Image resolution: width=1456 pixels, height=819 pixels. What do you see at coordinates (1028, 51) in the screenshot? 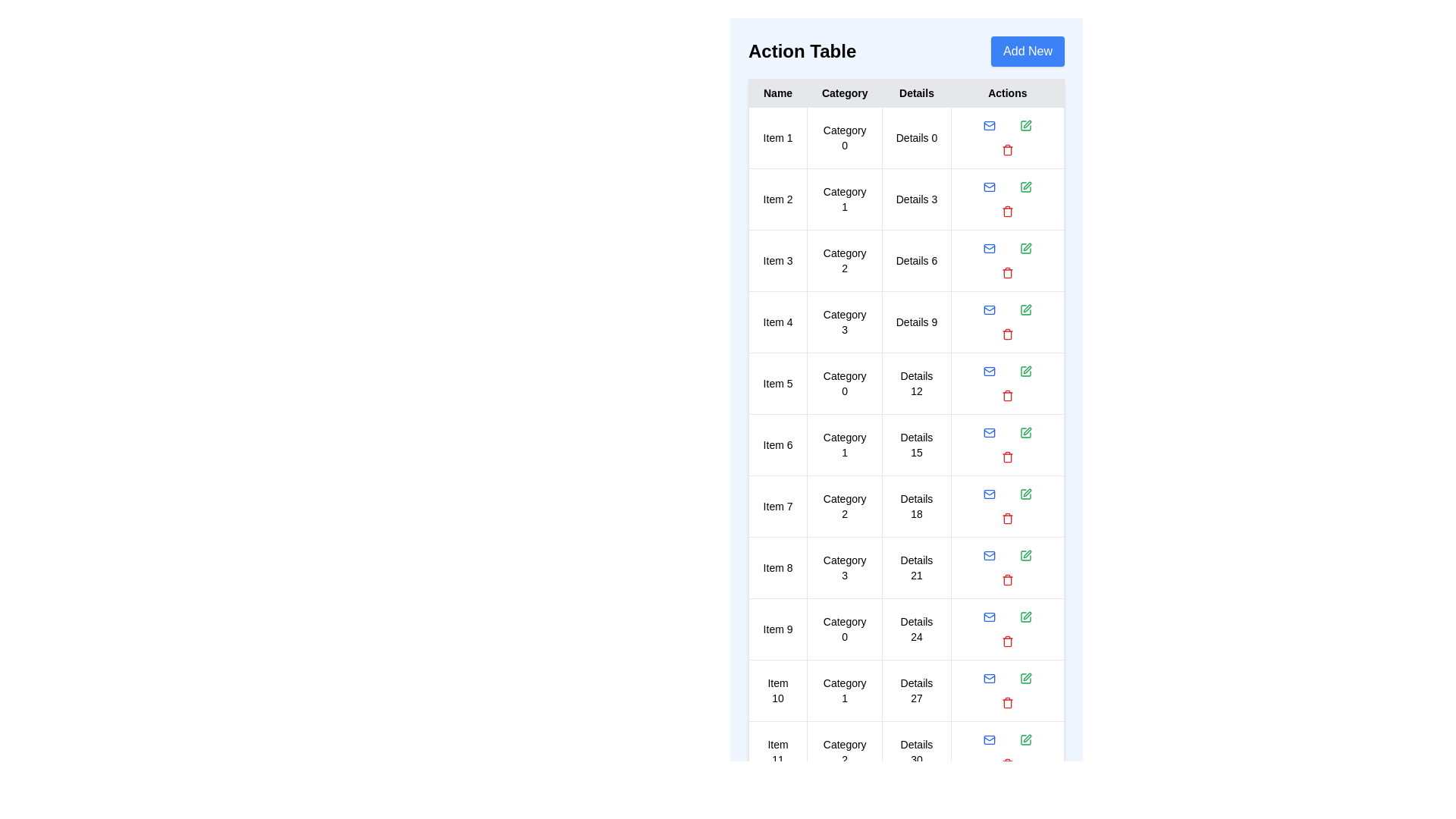
I see `'Add New' button to add a new entry` at bounding box center [1028, 51].